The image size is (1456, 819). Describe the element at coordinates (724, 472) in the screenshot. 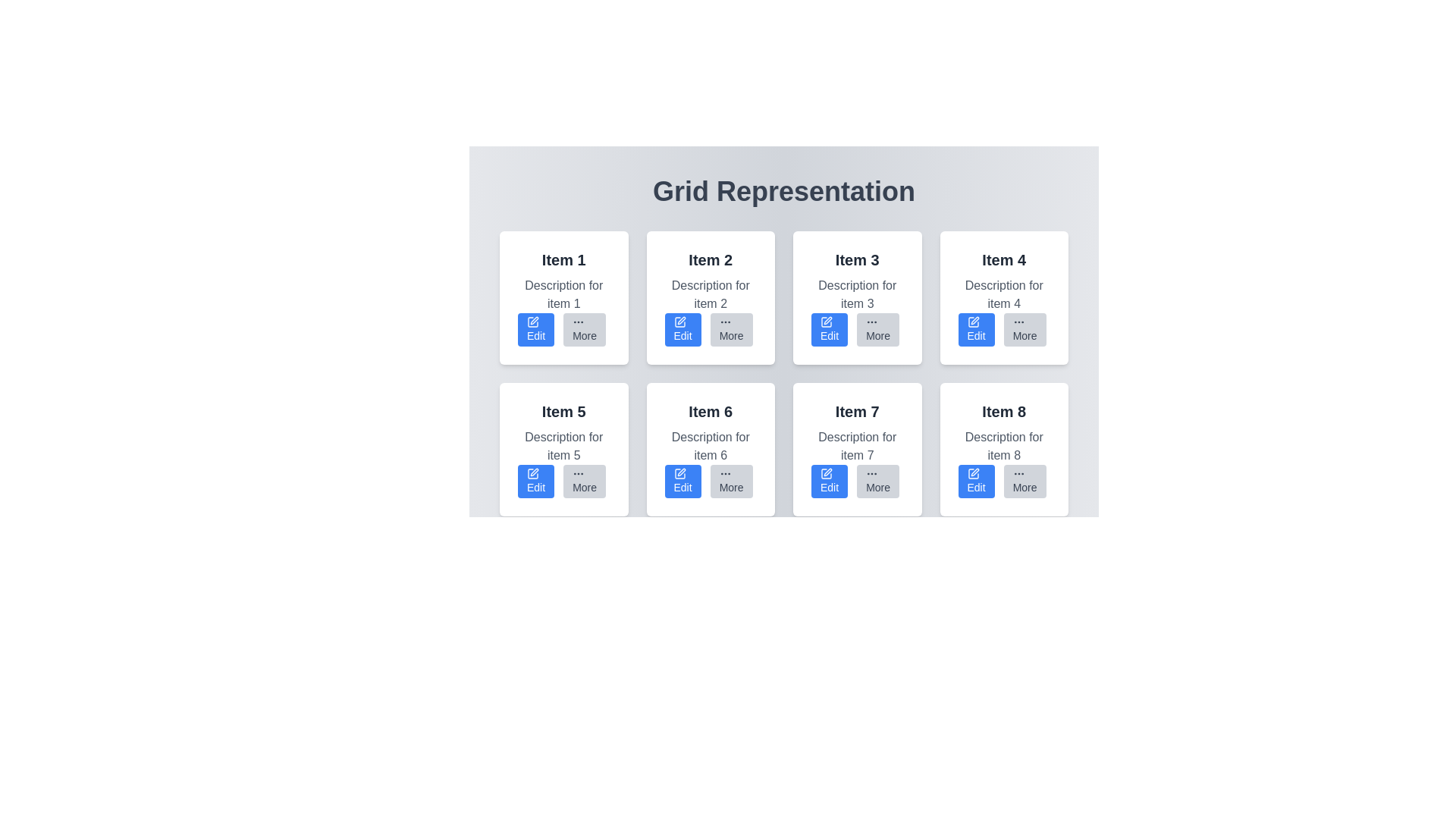

I see `the horizontal ellipsis icon located within the 'More' button at the bottom-right corner of the card representing 'Item 6'` at that location.